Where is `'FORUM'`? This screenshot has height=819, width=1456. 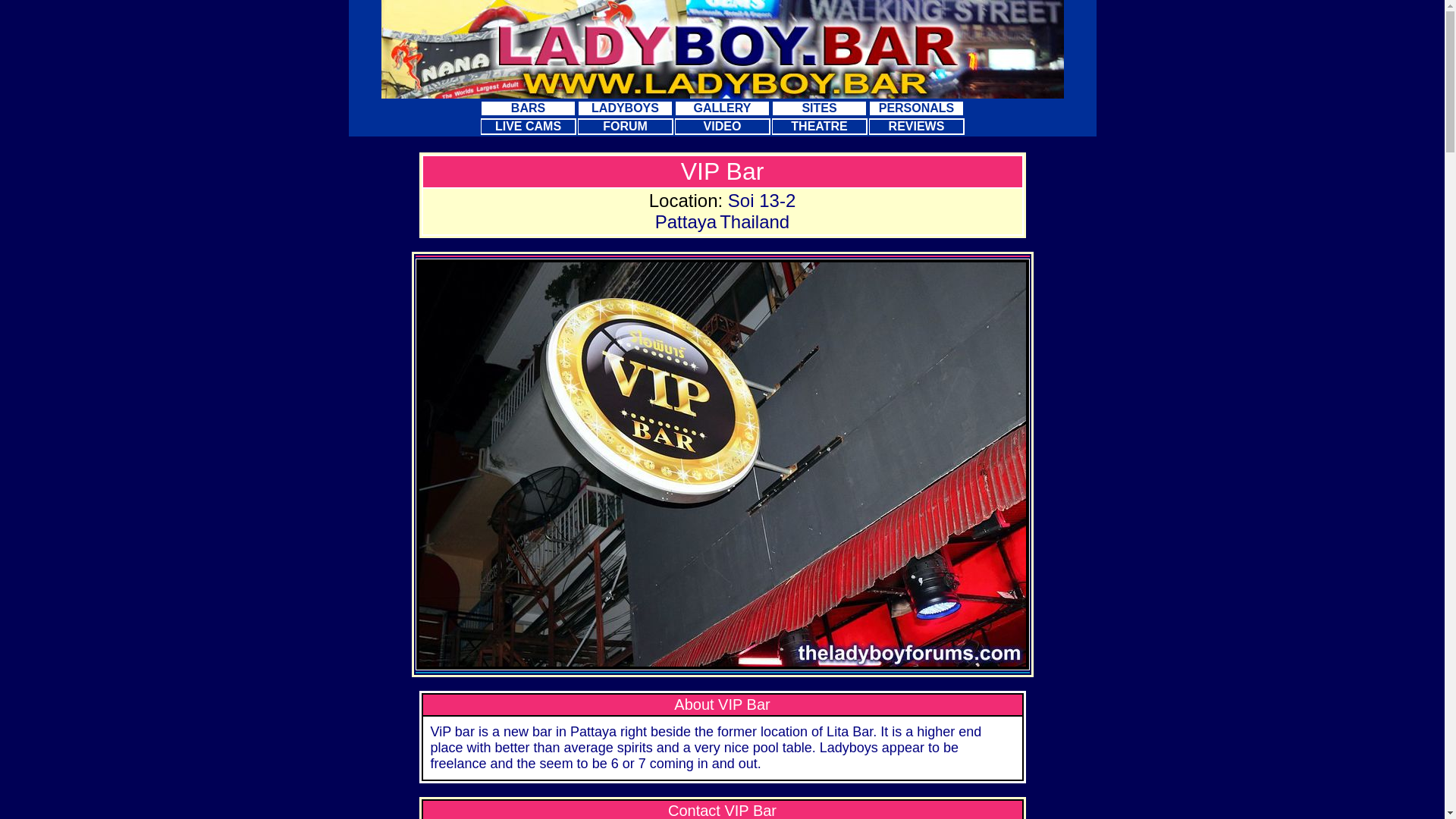
'FORUM' is located at coordinates (625, 125).